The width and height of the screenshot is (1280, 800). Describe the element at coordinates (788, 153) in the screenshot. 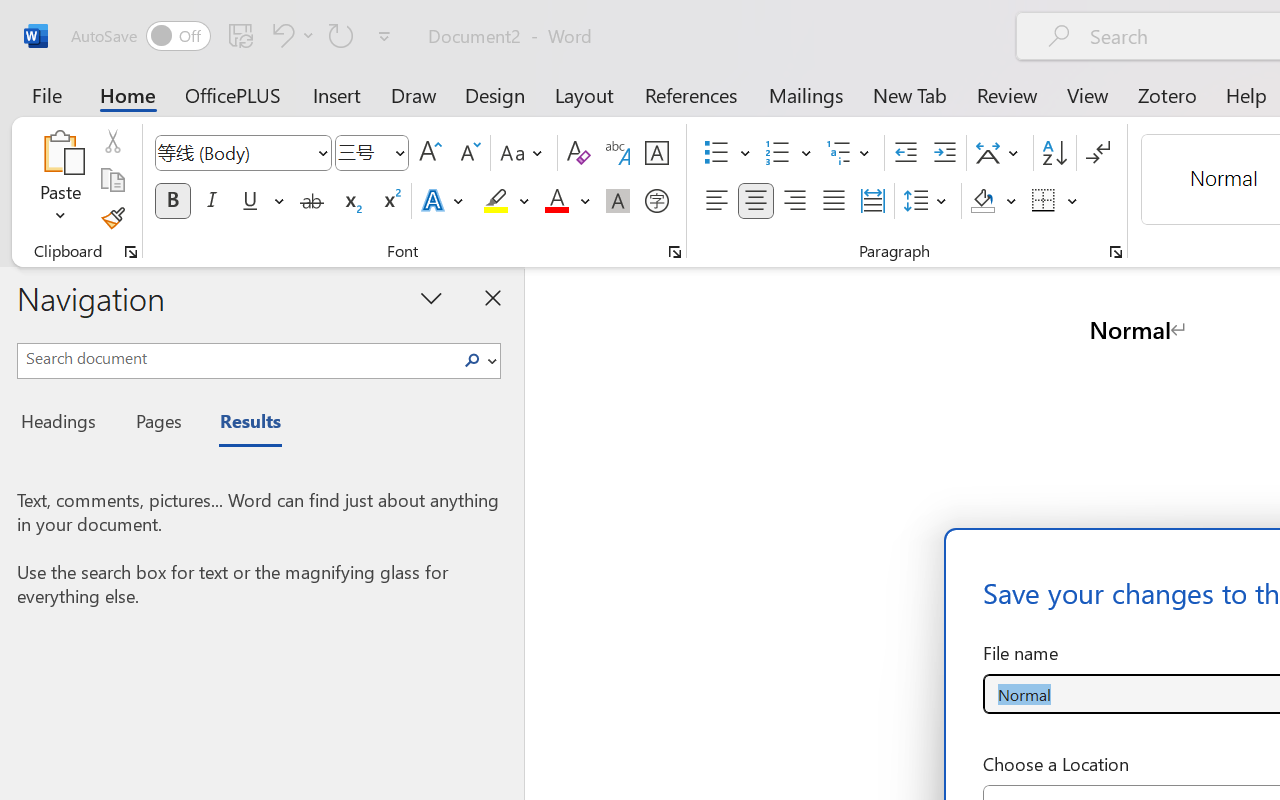

I see `'Numbering'` at that location.